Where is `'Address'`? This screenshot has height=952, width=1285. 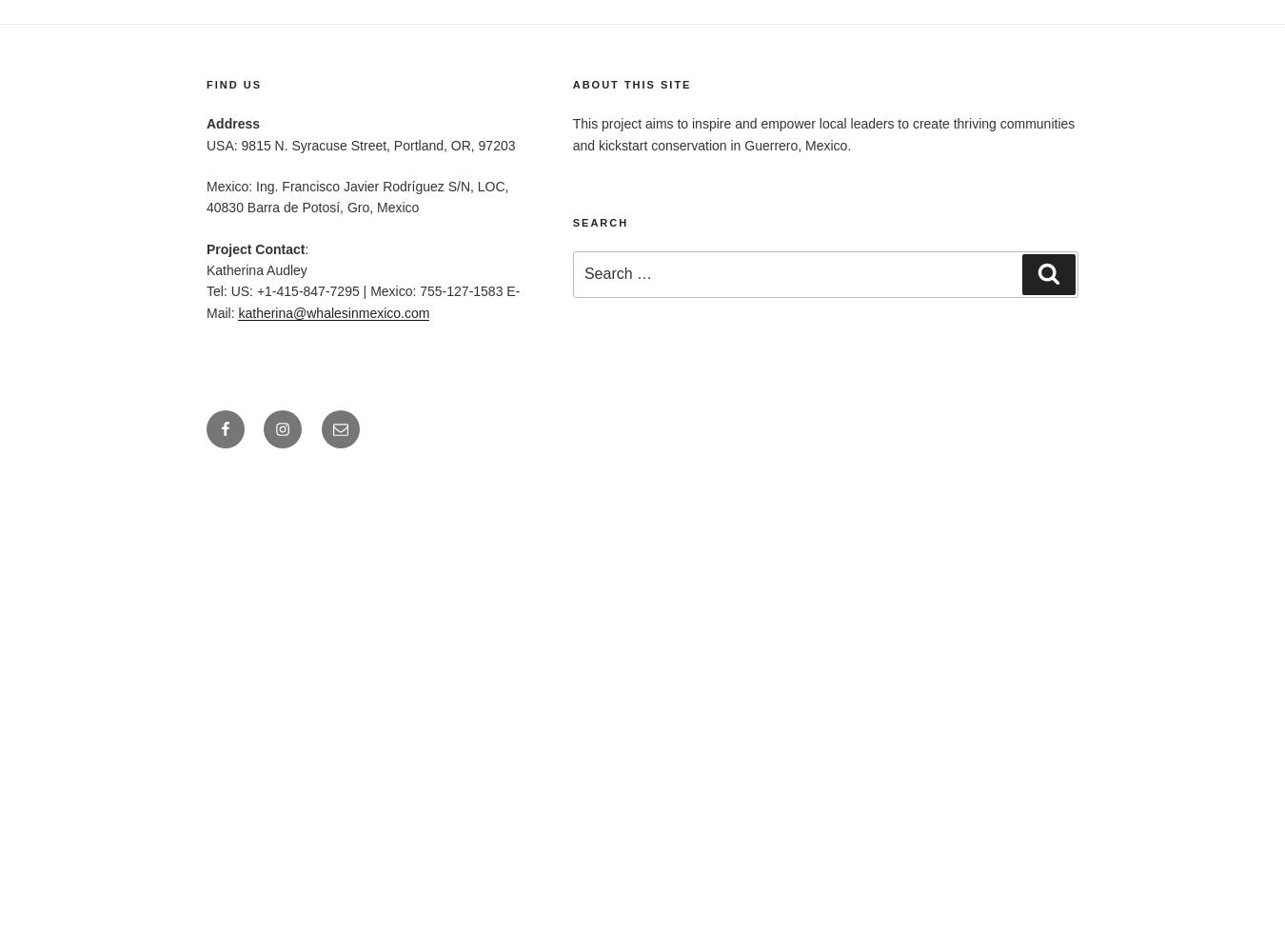
'Address' is located at coordinates (232, 124).